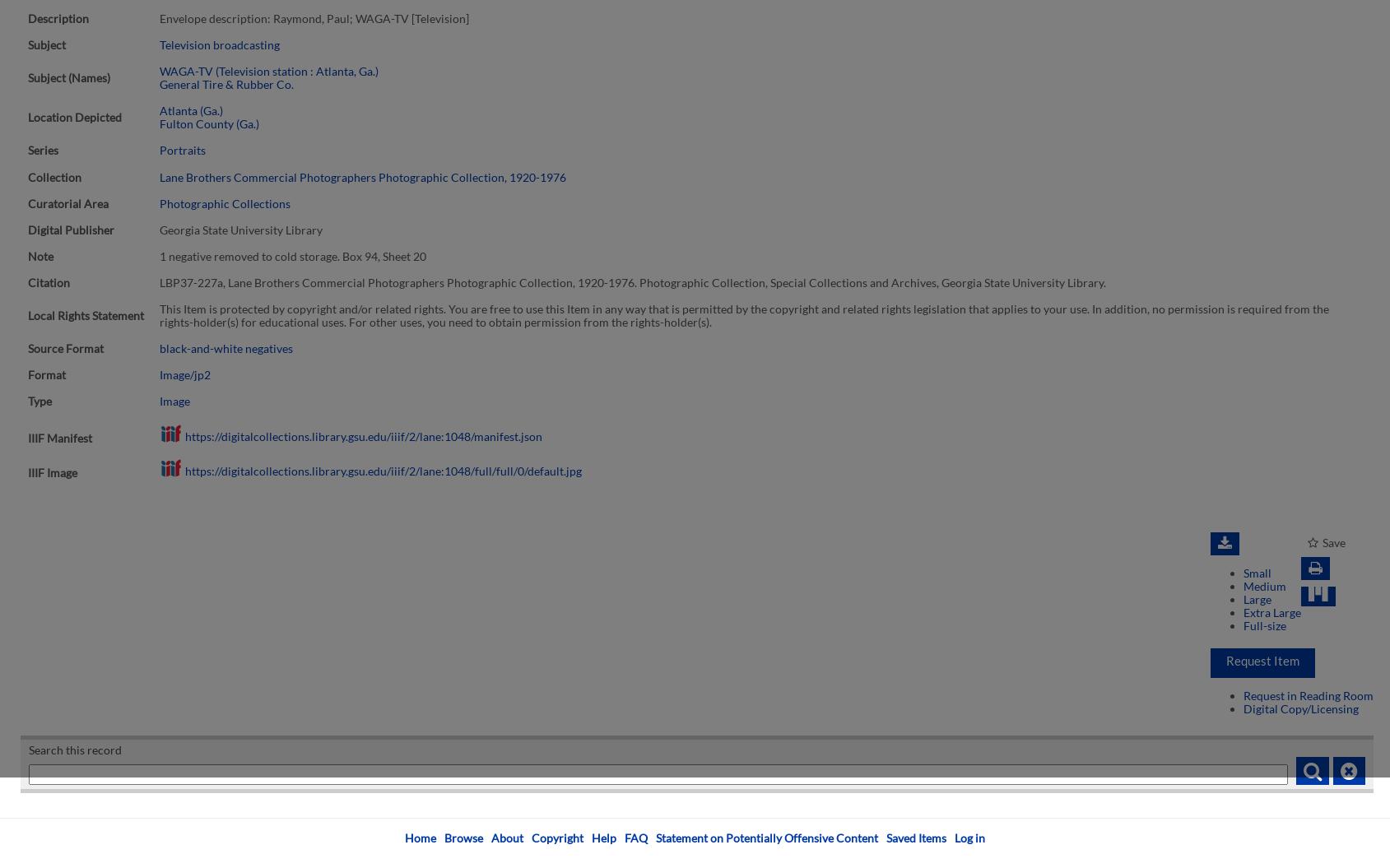 Image resolution: width=1390 pixels, height=868 pixels. Describe the element at coordinates (506, 837) in the screenshot. I see `'About'` at that location.